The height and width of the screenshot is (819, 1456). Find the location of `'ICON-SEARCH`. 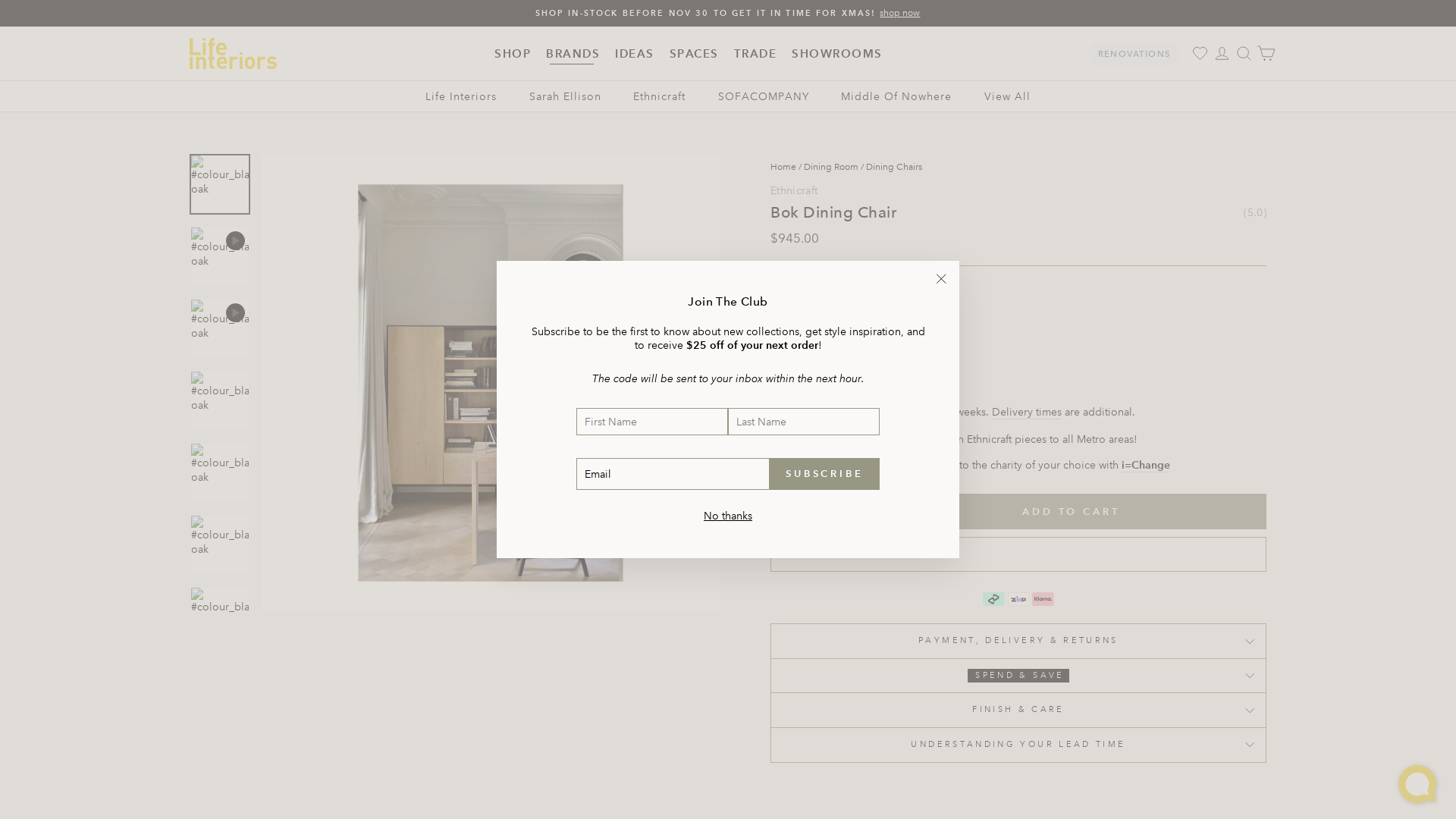

'ICON-SEARCH is located at coordinates (1244, 52).